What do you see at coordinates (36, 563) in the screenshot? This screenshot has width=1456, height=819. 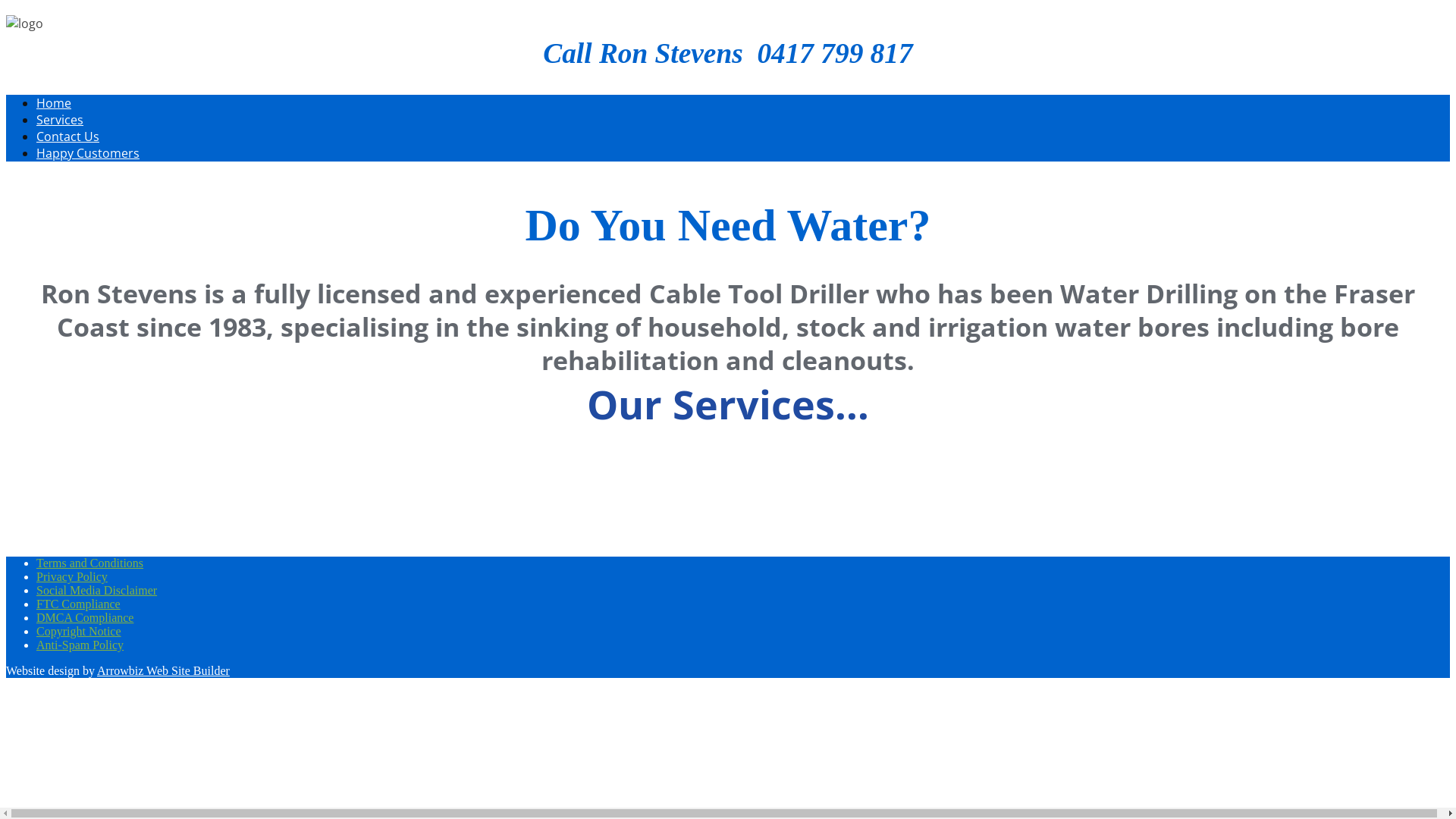 I see `'Terms and Conditions'` at bounding box center [36, 563].